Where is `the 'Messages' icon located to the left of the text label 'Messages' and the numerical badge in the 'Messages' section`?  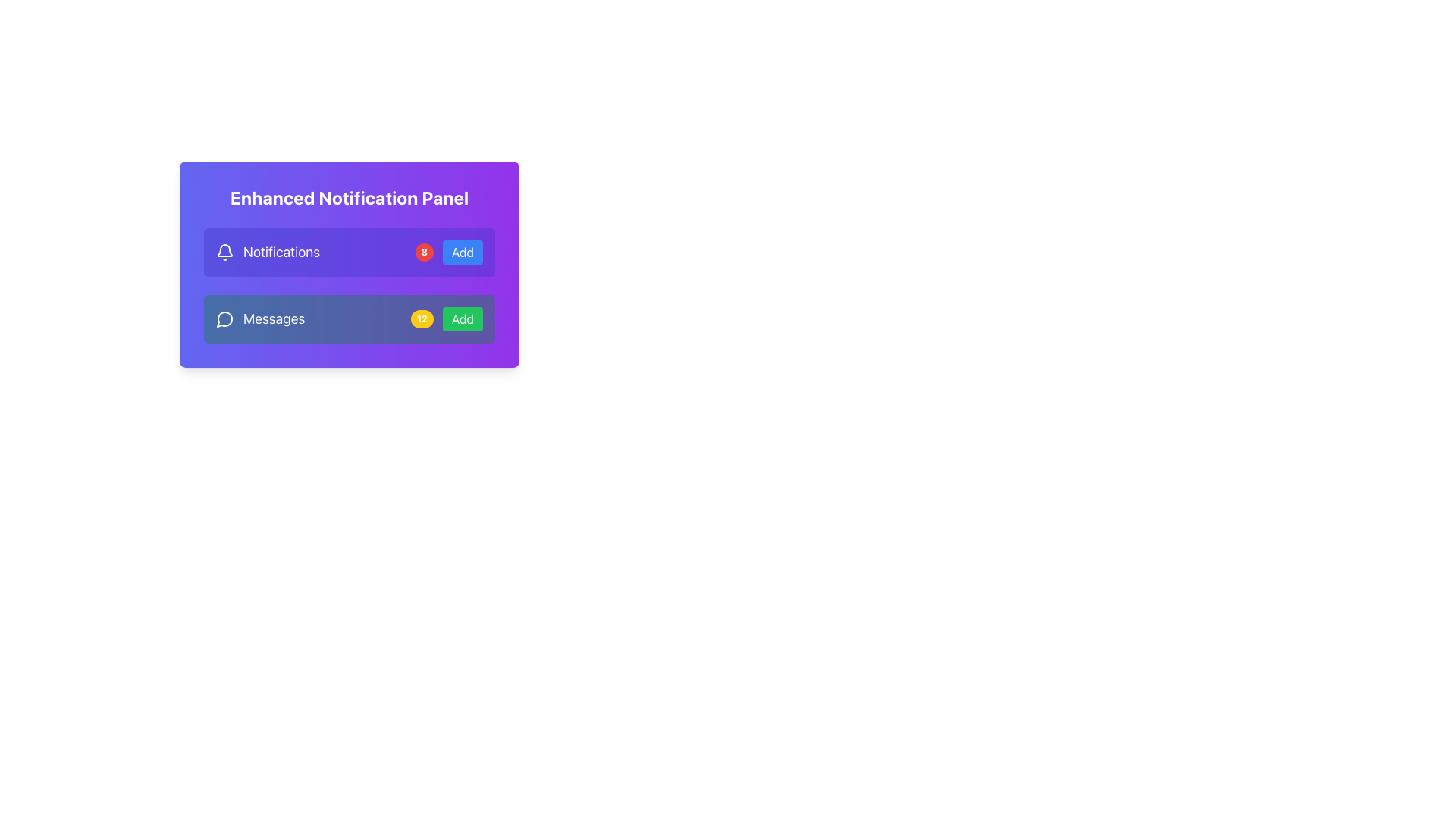
the 'Messages' icon located to the left of the text label 'Messages' and the numerical badge in the 'Messages' section is located at coordinates (224, 318).